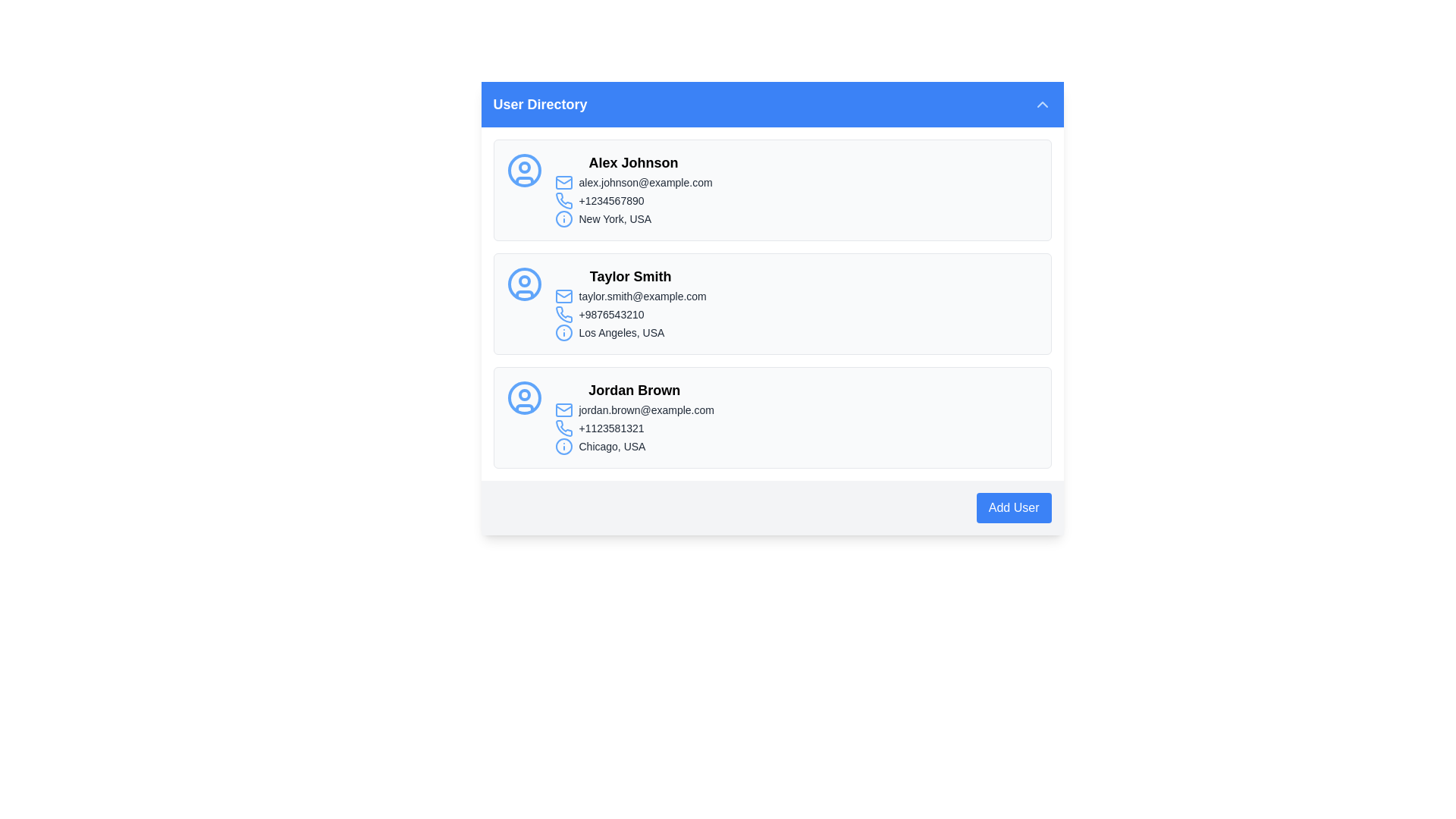 This screenshot has height=819, width=1456. I want to click on the graphic icon representing Alex Johnson's profile, located in the top-left corner of the user card within the user directory, so click(524, 170).